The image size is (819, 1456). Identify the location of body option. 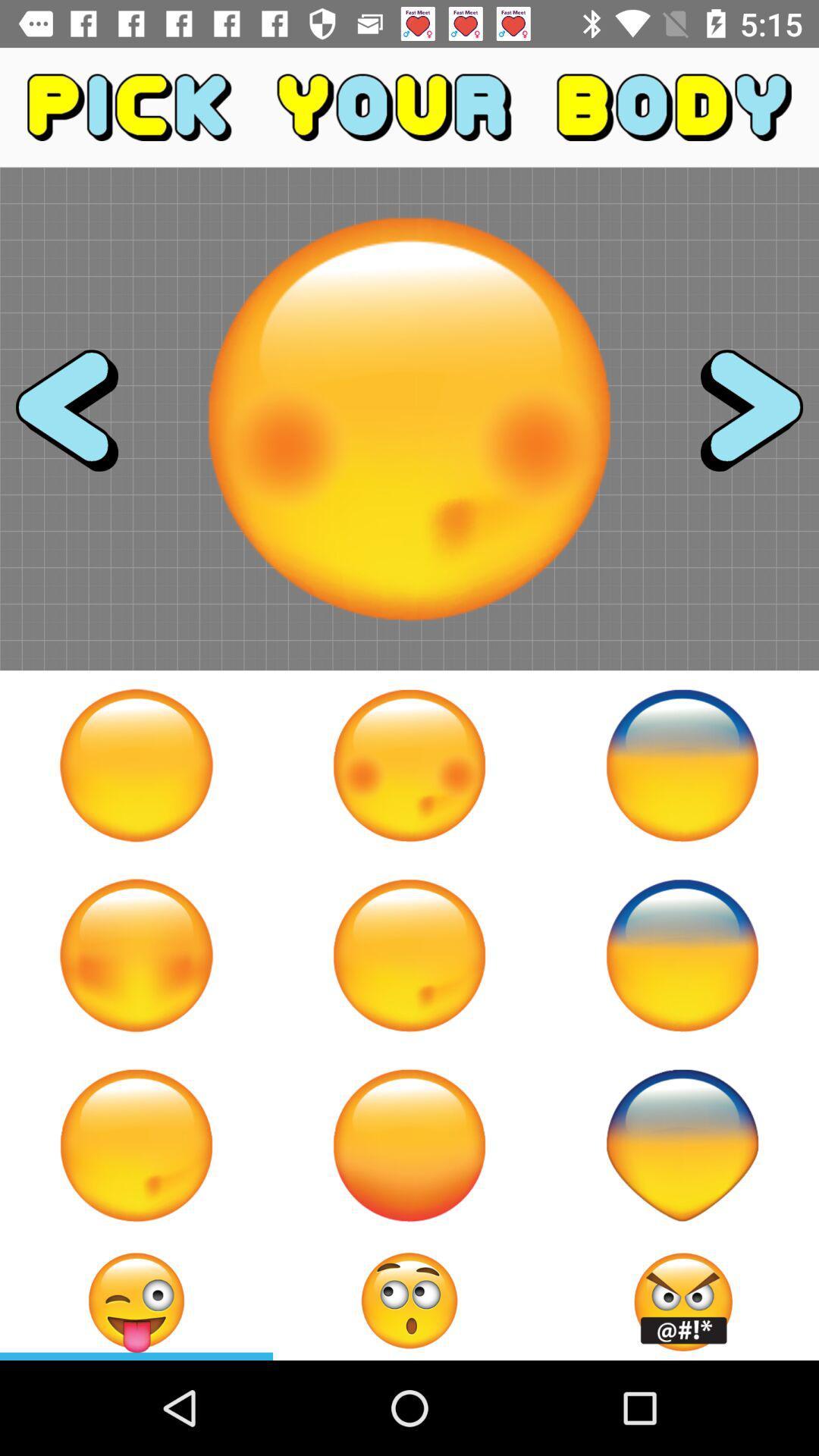
(409, 765).